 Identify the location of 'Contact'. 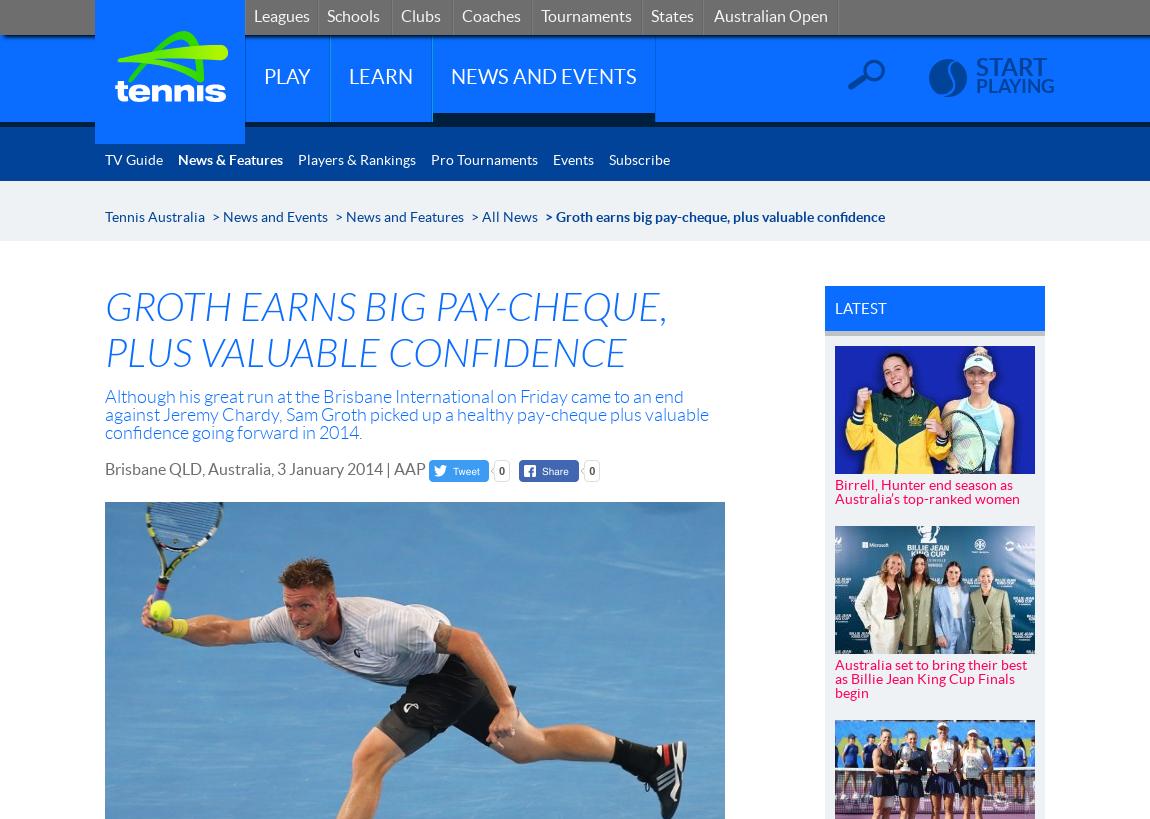
(876, 13).